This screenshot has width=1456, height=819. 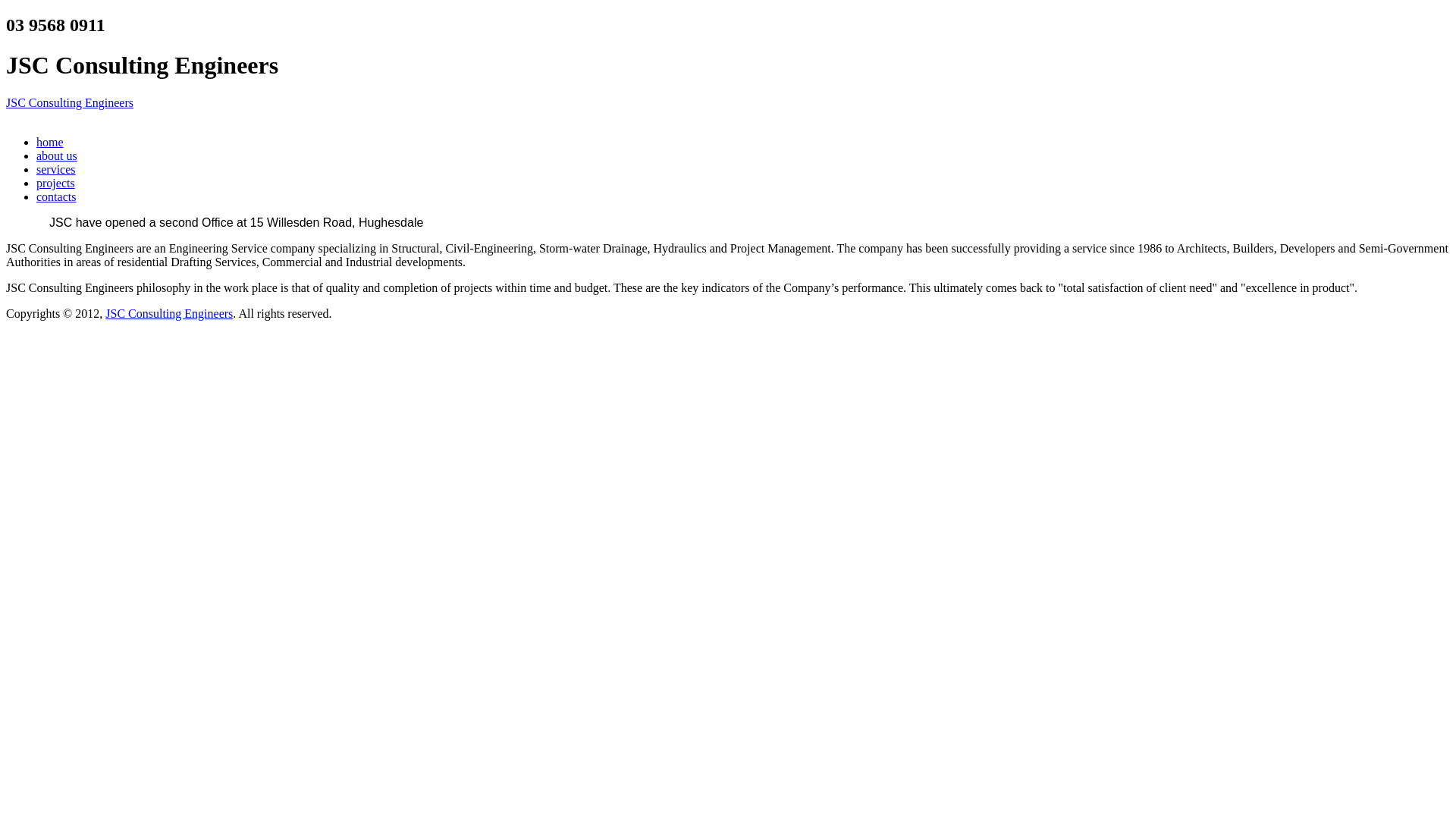 What do you see at coordinates (68, 102) in the screenshot?
I see `'JSC Consulting Engineers'` at bounding box center [68, 102].